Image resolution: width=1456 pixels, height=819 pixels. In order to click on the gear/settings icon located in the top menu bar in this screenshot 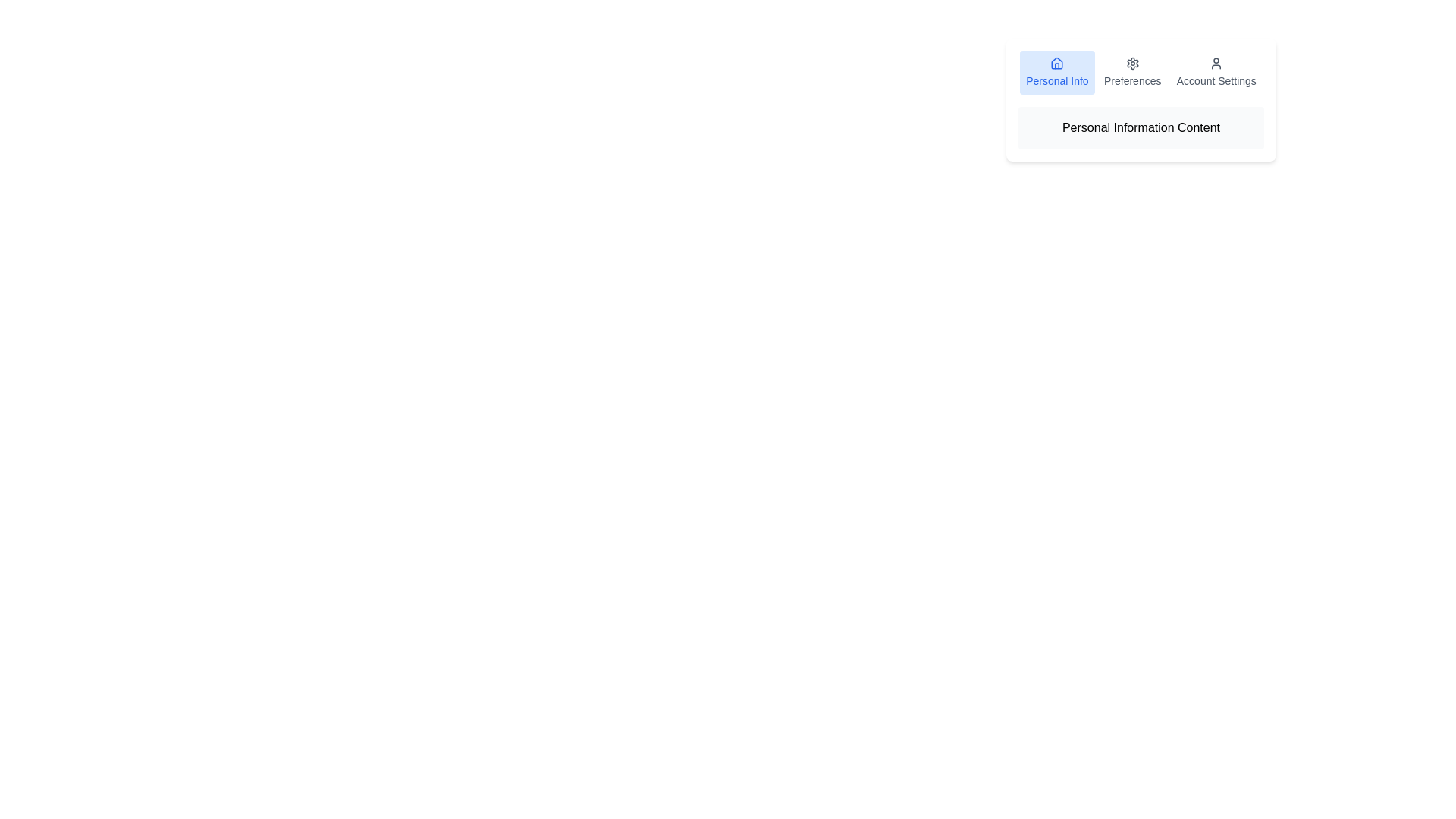, I will do `click(1132, 63)`.